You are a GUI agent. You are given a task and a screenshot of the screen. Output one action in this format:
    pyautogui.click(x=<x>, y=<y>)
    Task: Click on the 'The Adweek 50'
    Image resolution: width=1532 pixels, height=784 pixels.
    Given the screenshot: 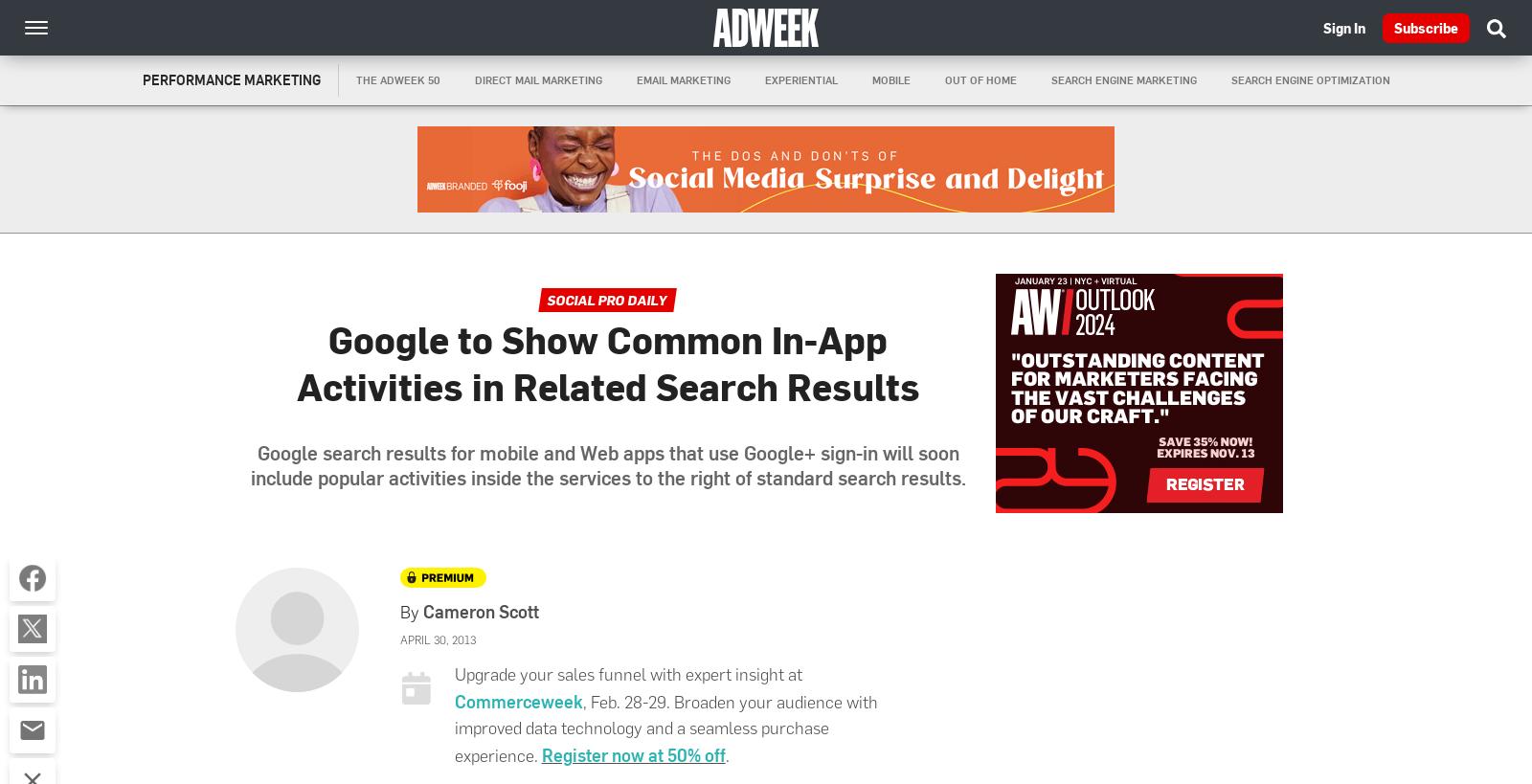 What is the action you would take?
    pyautogui.click(x=396, y=79)
    